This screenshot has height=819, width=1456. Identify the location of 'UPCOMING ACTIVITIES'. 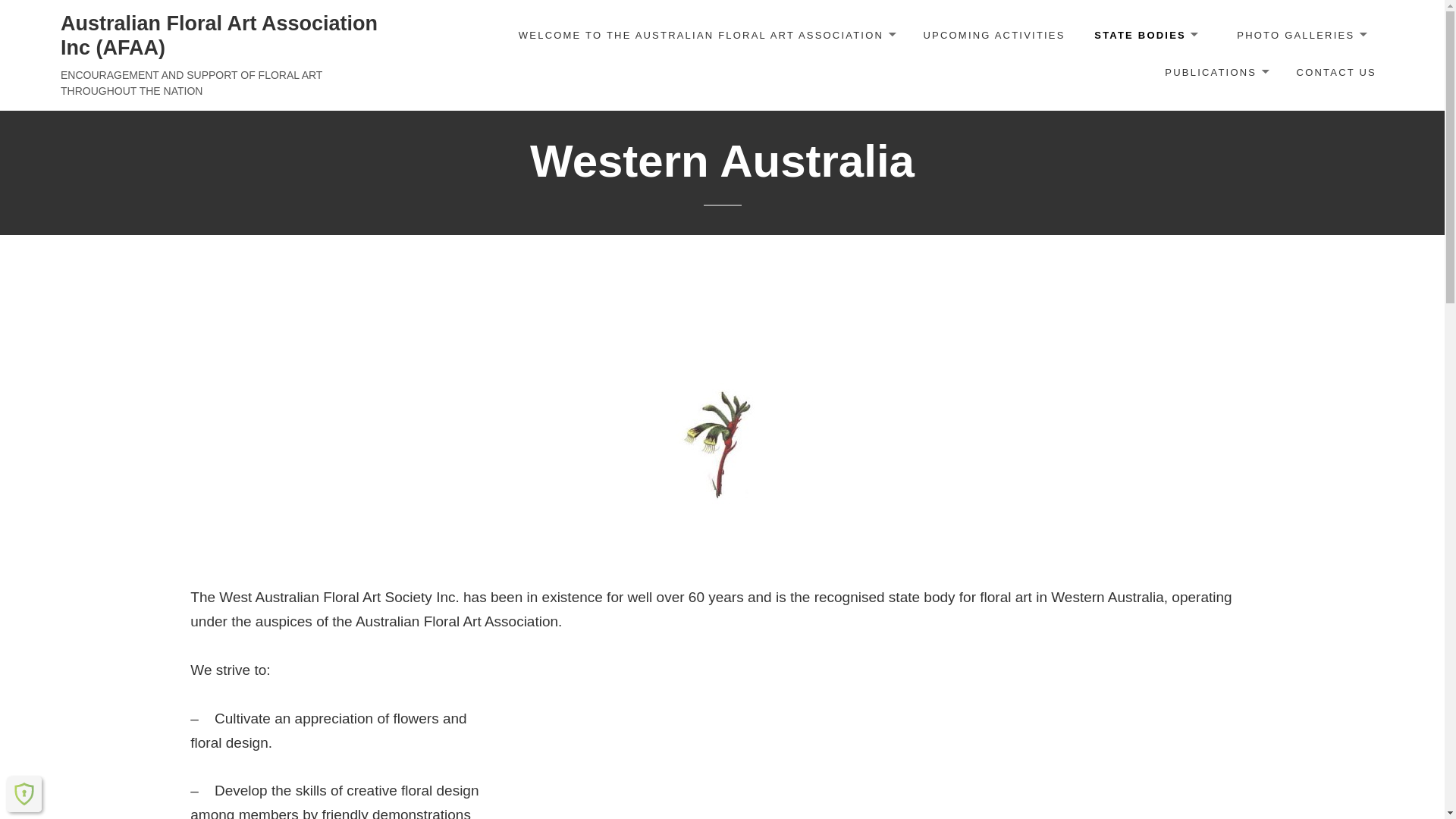
(993, 35).